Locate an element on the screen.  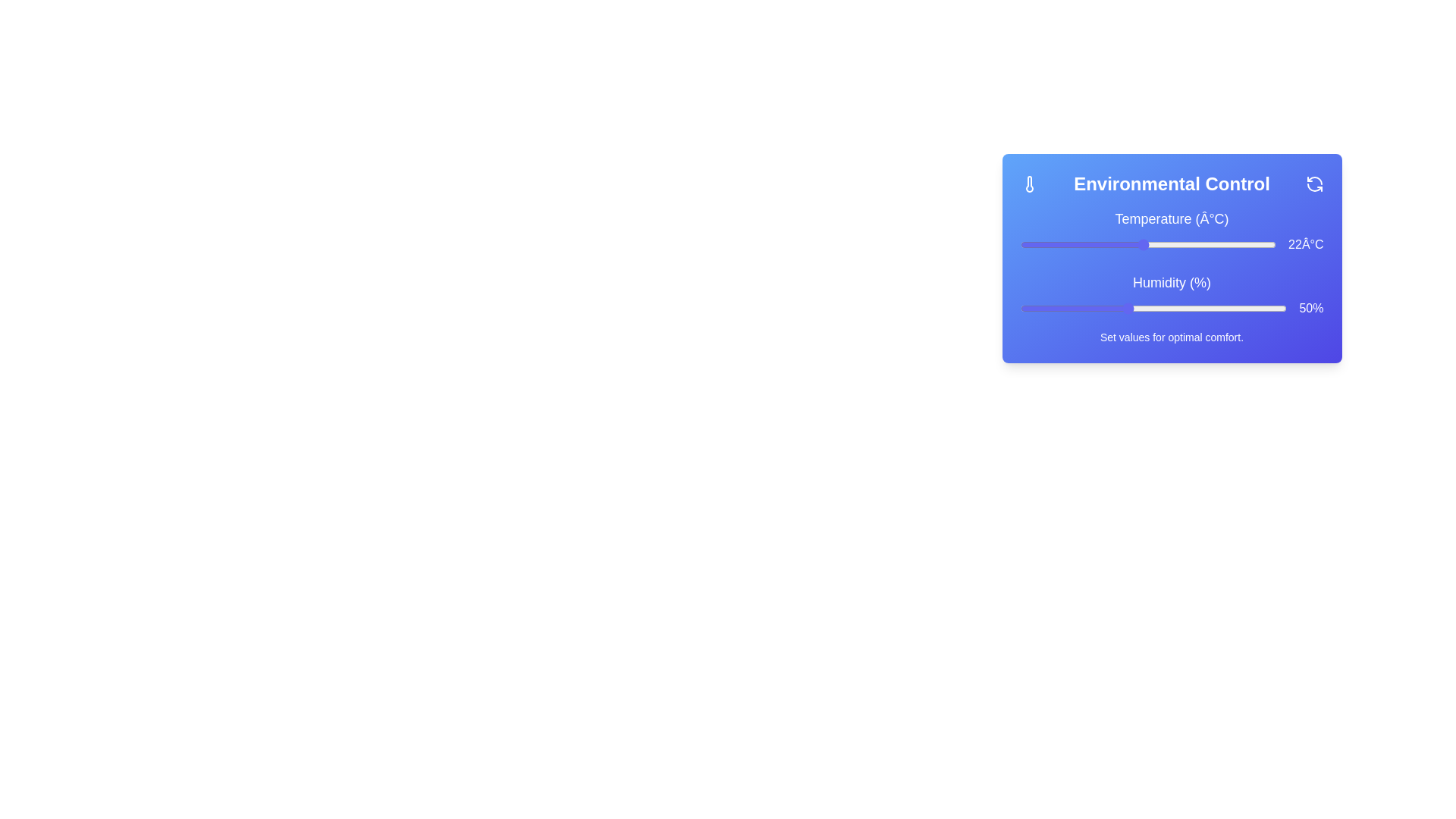
the humidity slider to set the humidity to 42% is located at coordinates (1084, 308).